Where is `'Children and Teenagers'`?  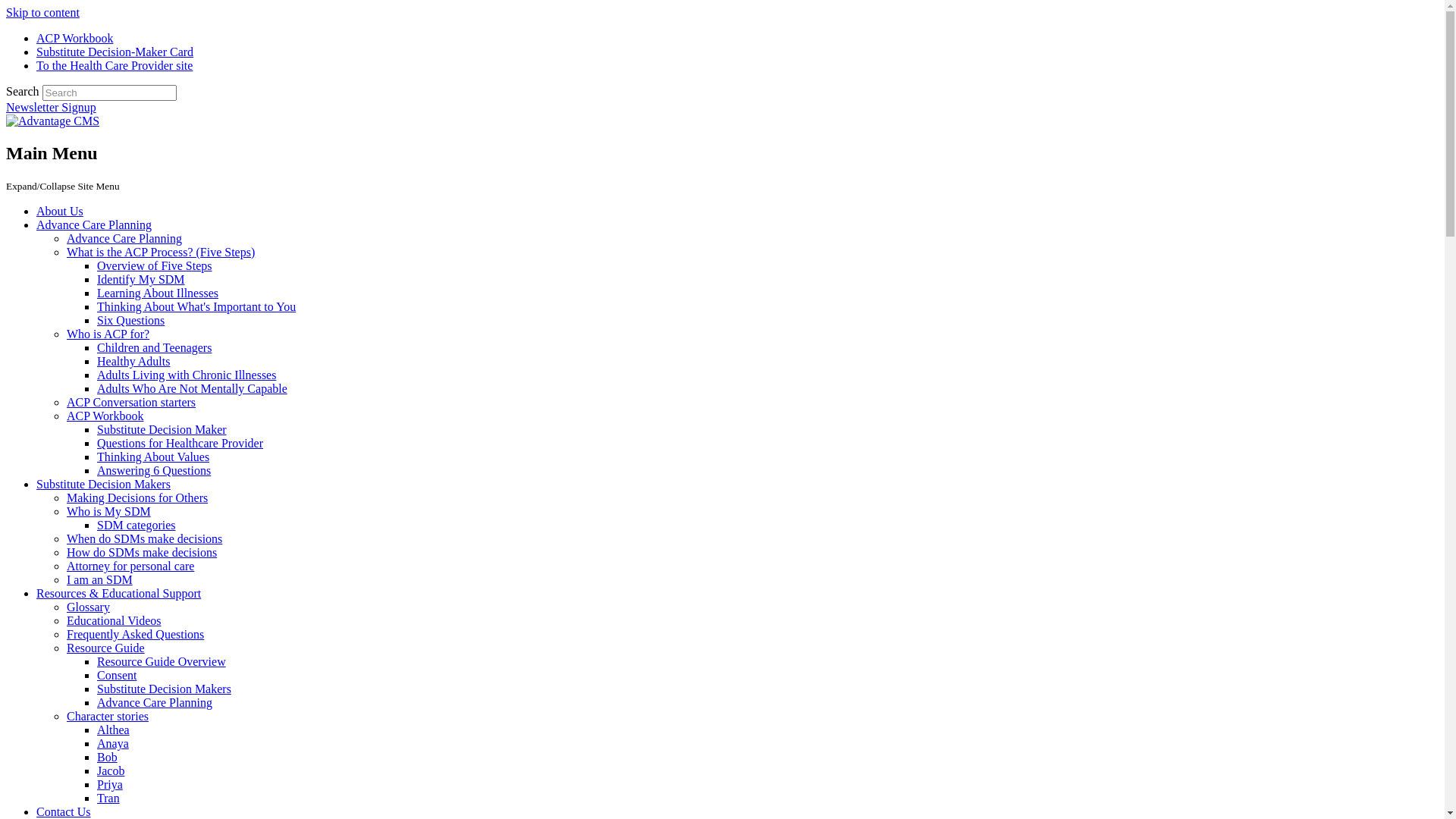
'Children and Teenagers' is located at coordinates (154, 347).